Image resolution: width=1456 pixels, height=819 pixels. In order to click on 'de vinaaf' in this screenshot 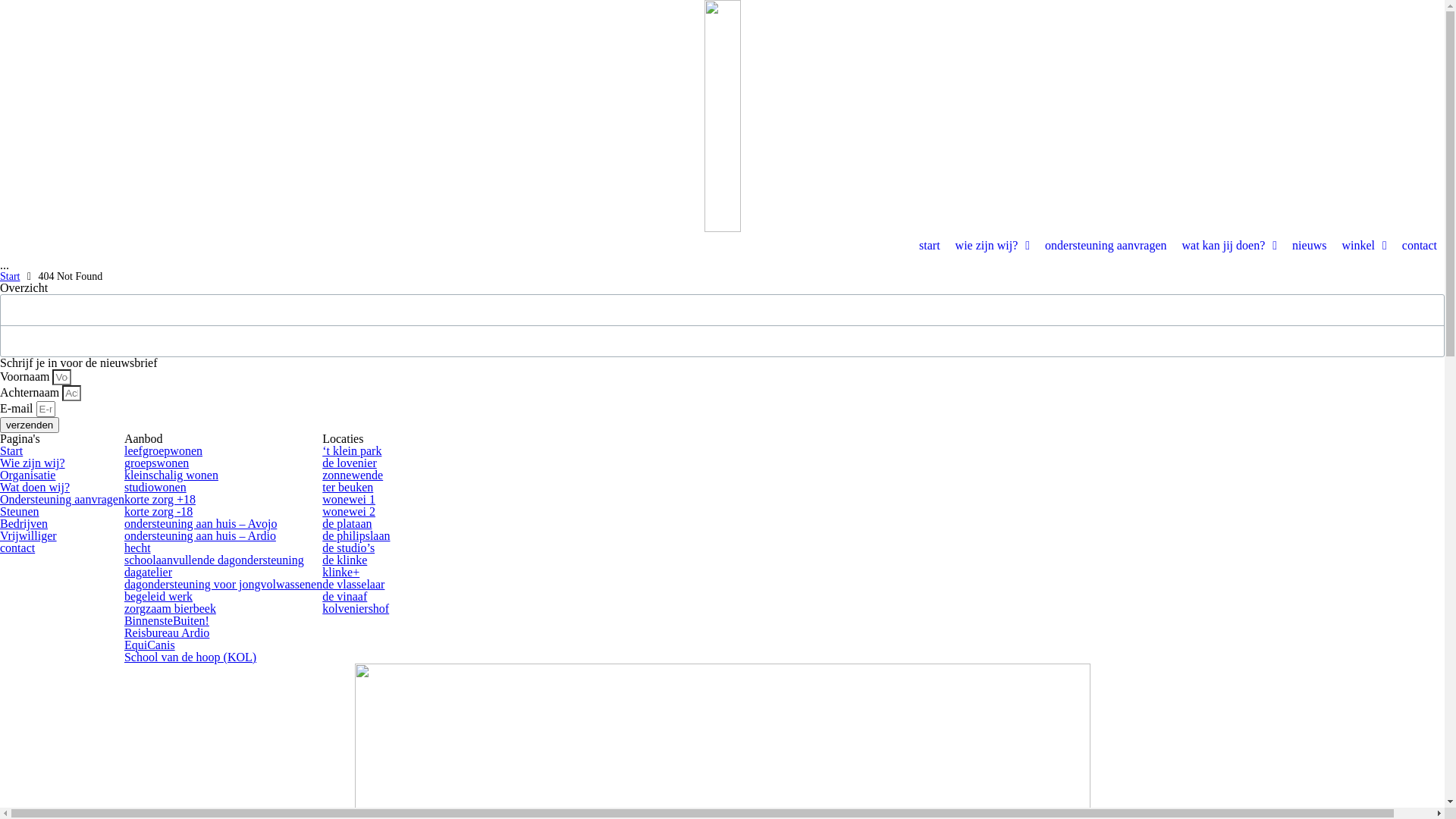, I will do `click(344, 595)`.